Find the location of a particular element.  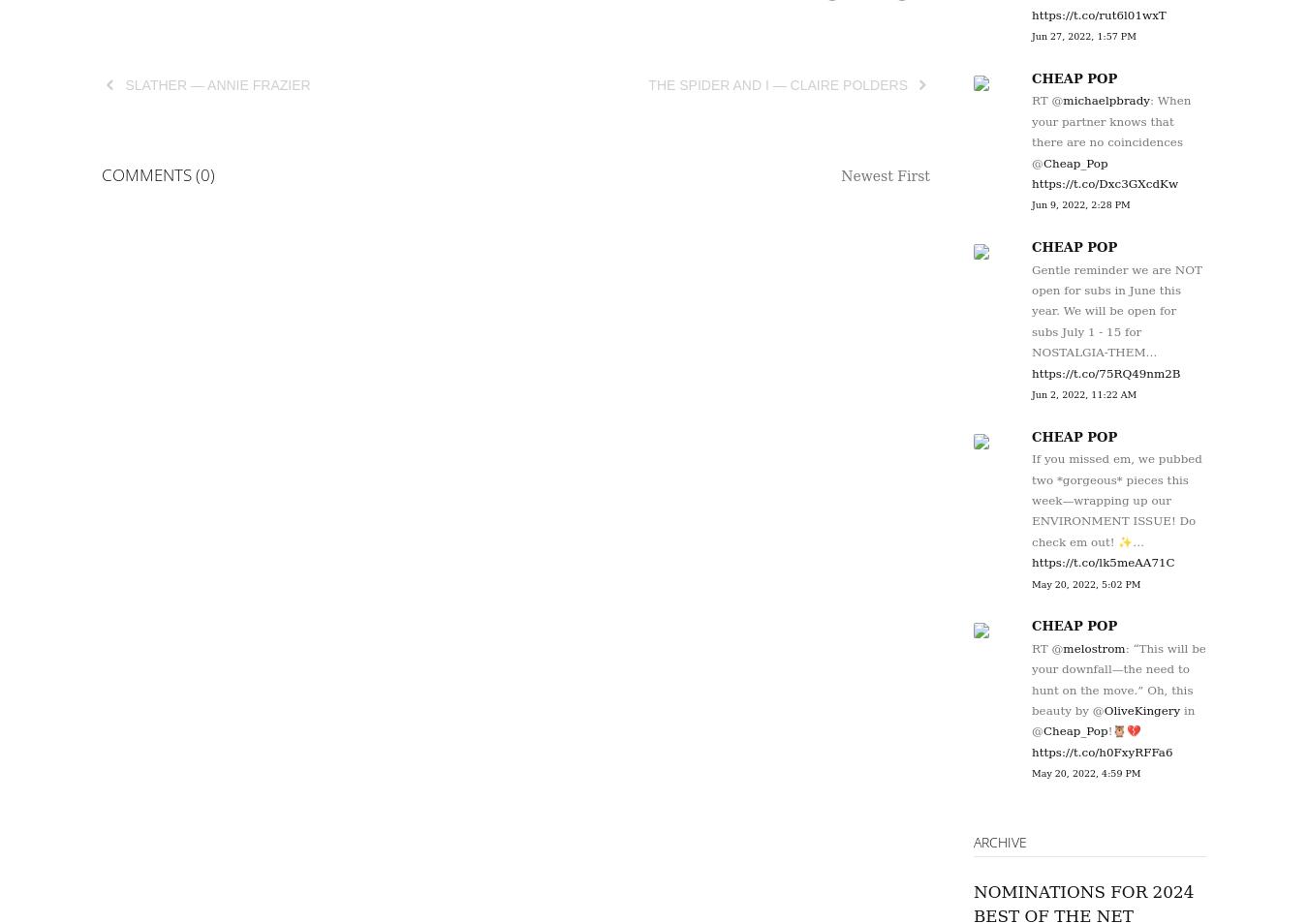

'Comments (0)' is located at coordinates (158, 172).